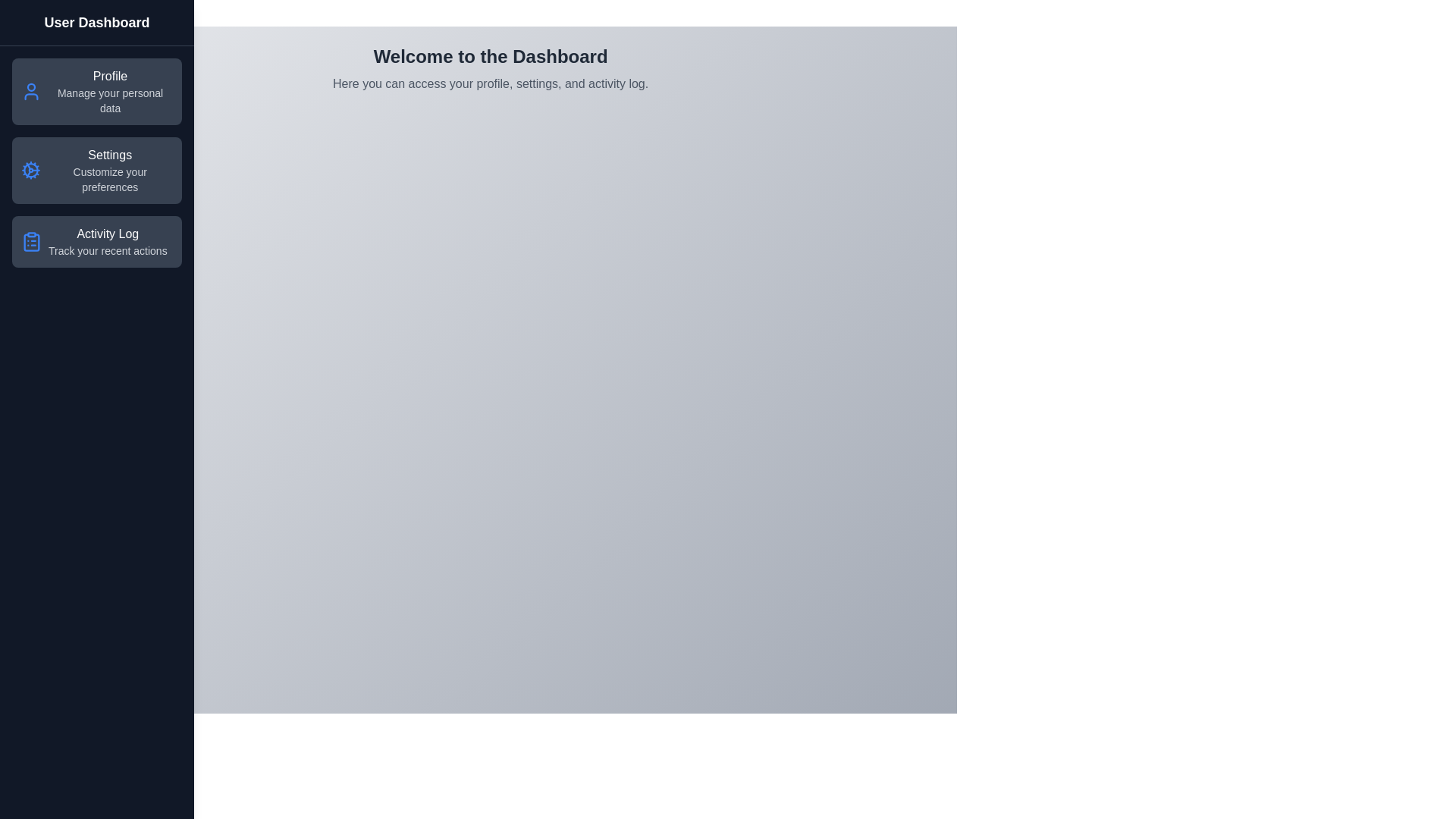 This screenshot has width=1456, height=819. I want to click on 'Toggle Menu' button to toggle the visibility of the sidebar menu, so click(58, 27).